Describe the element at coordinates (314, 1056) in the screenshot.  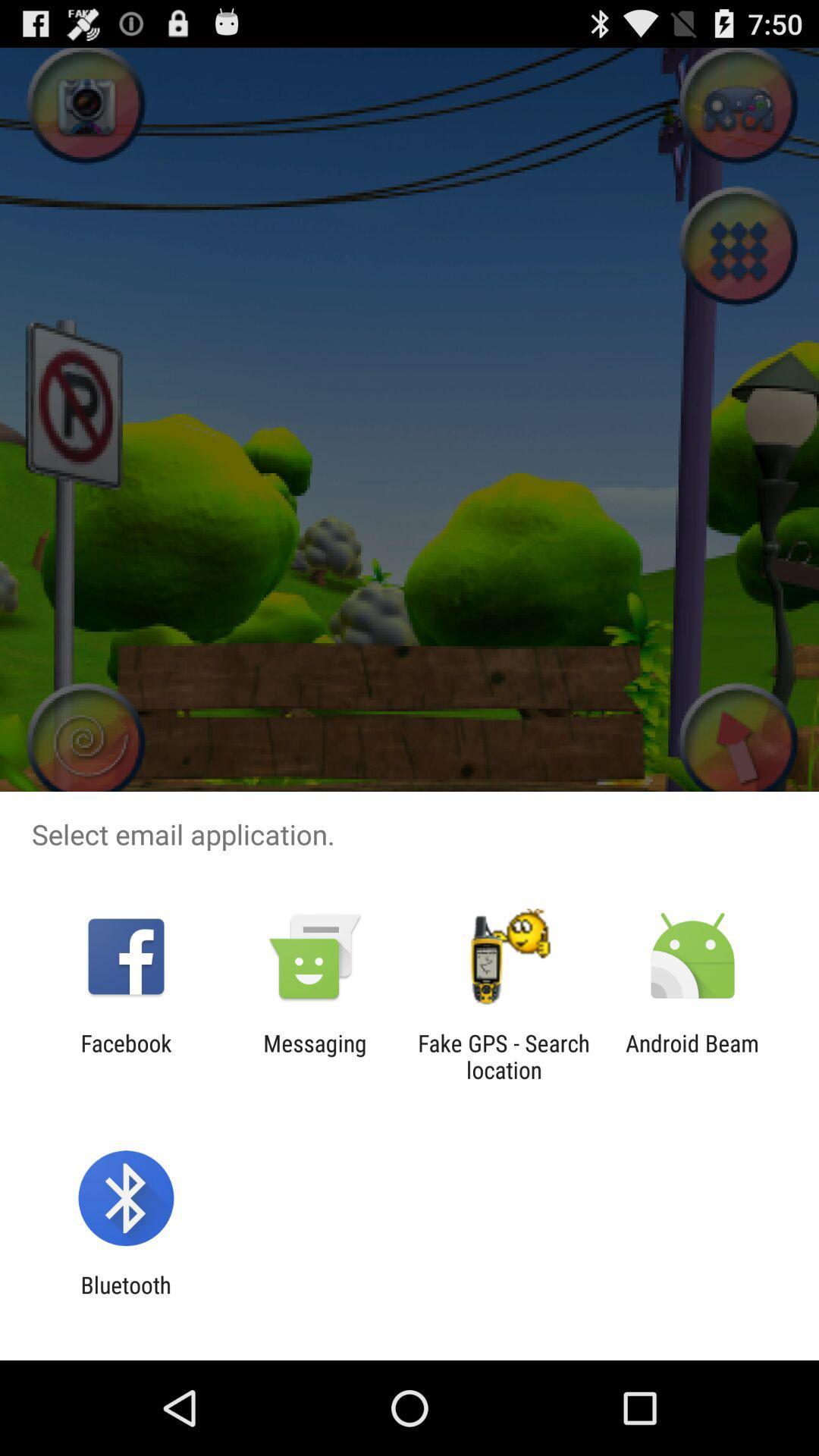
I see `the messaging item` at that location.